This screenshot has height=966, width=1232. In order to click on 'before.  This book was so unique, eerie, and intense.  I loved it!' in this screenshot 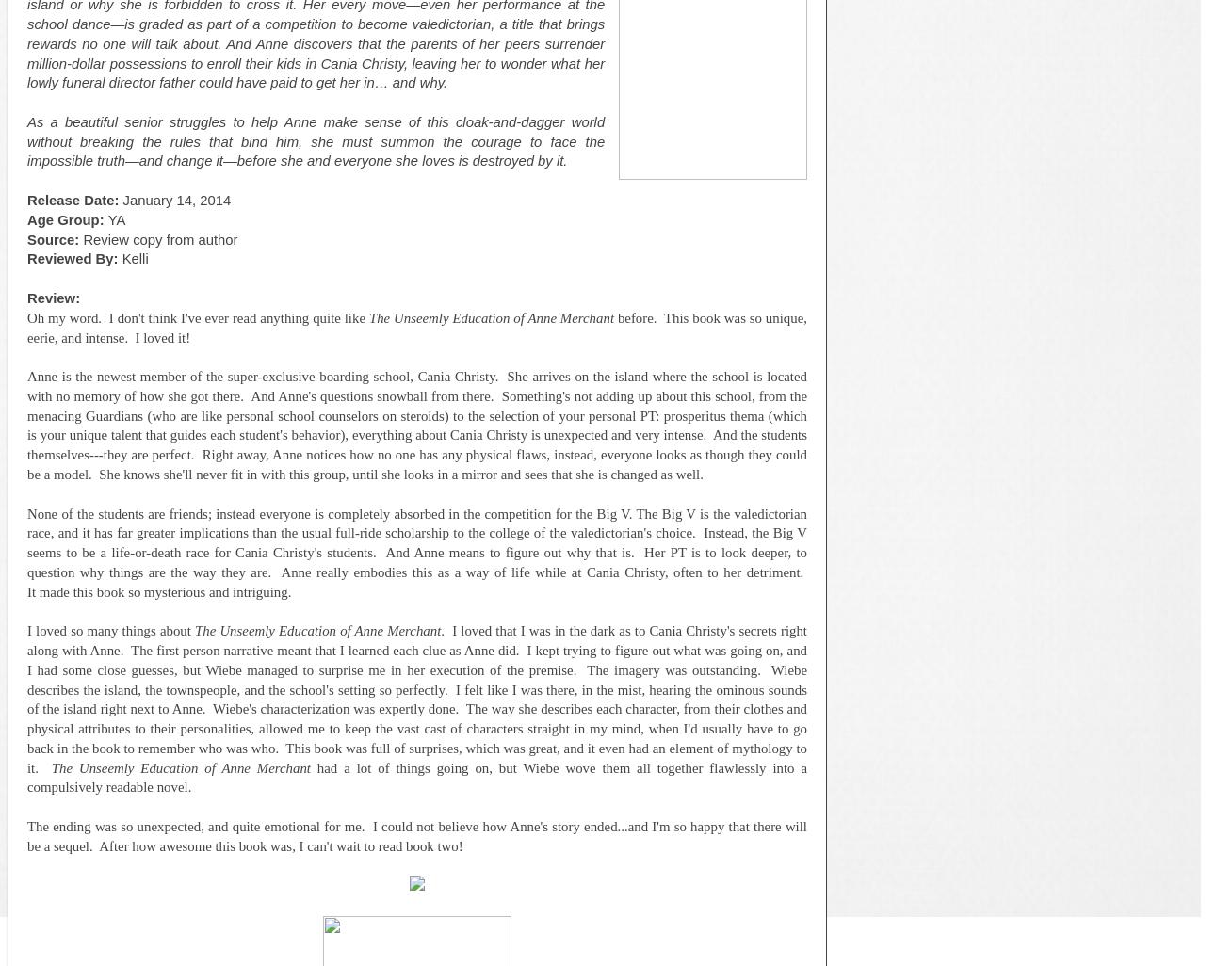, I will do `click(416, 327)`.